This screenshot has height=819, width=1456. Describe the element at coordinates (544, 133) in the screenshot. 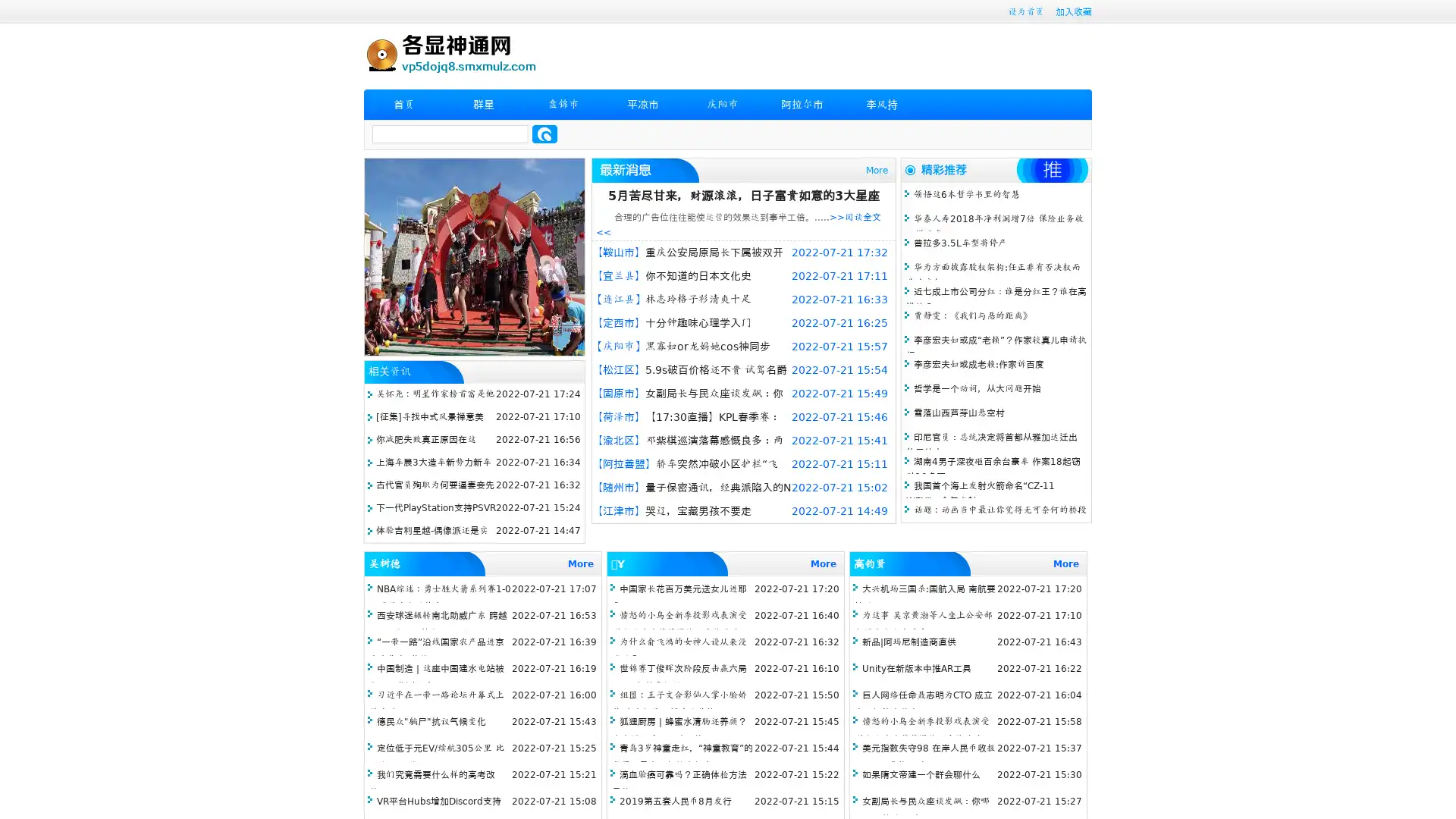

I see `Search` at that location.